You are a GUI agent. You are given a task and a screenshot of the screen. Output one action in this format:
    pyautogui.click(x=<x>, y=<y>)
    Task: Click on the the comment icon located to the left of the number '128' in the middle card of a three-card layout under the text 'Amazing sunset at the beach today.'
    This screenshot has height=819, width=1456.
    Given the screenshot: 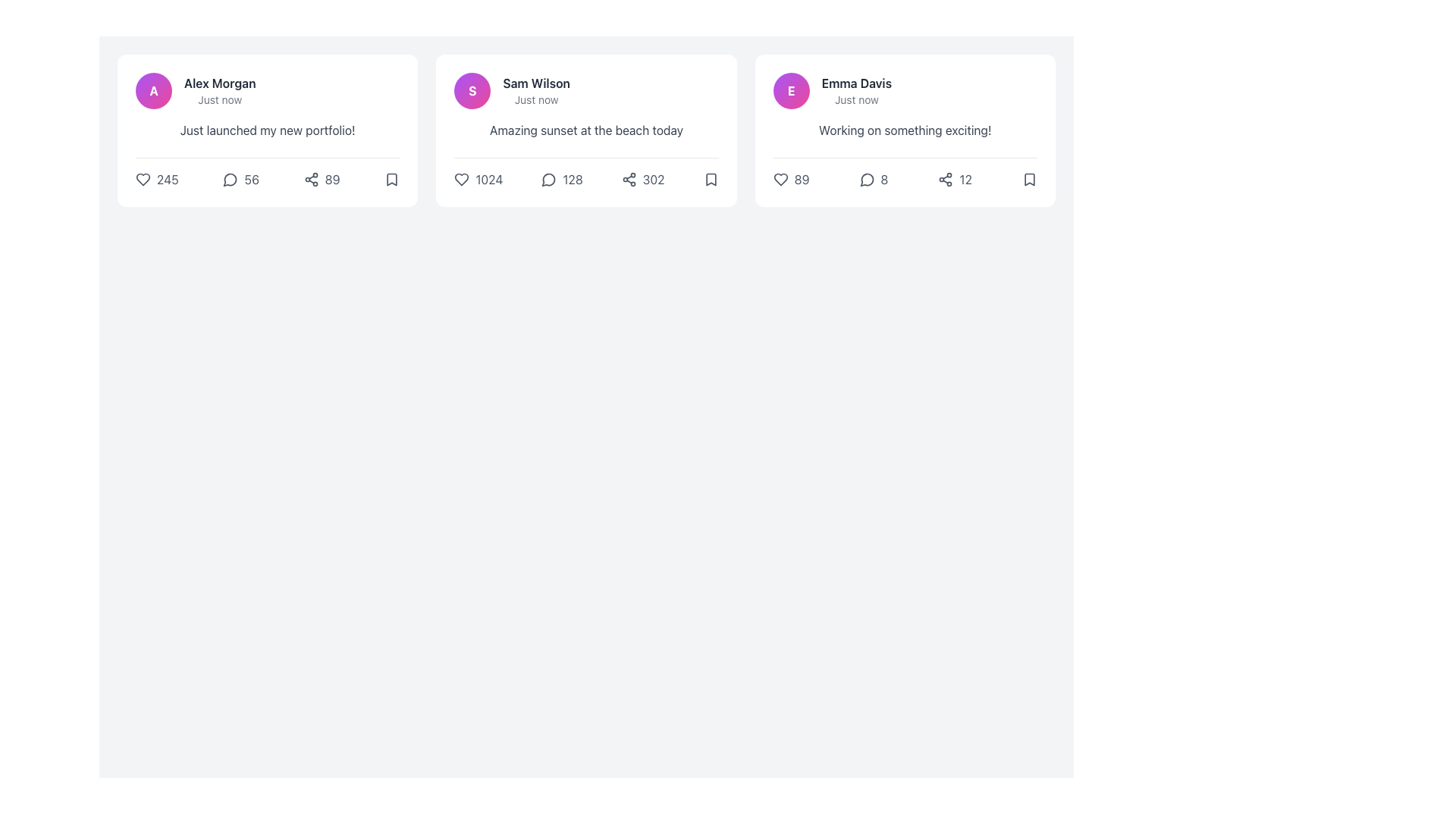 What is the action you would take?
    pyautogui.click(x=548, y=178)
    